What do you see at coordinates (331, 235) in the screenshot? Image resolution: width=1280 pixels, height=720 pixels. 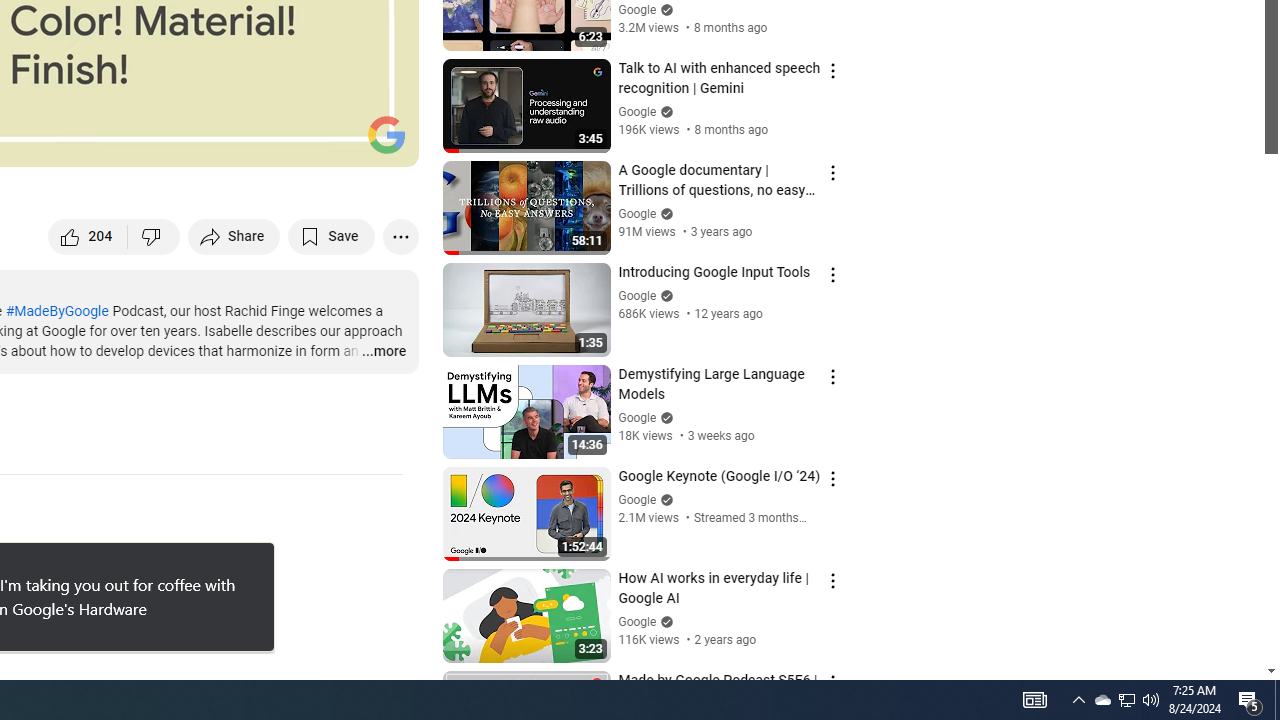 I see `'Save to playlist'` at bounding box center [331, 235].